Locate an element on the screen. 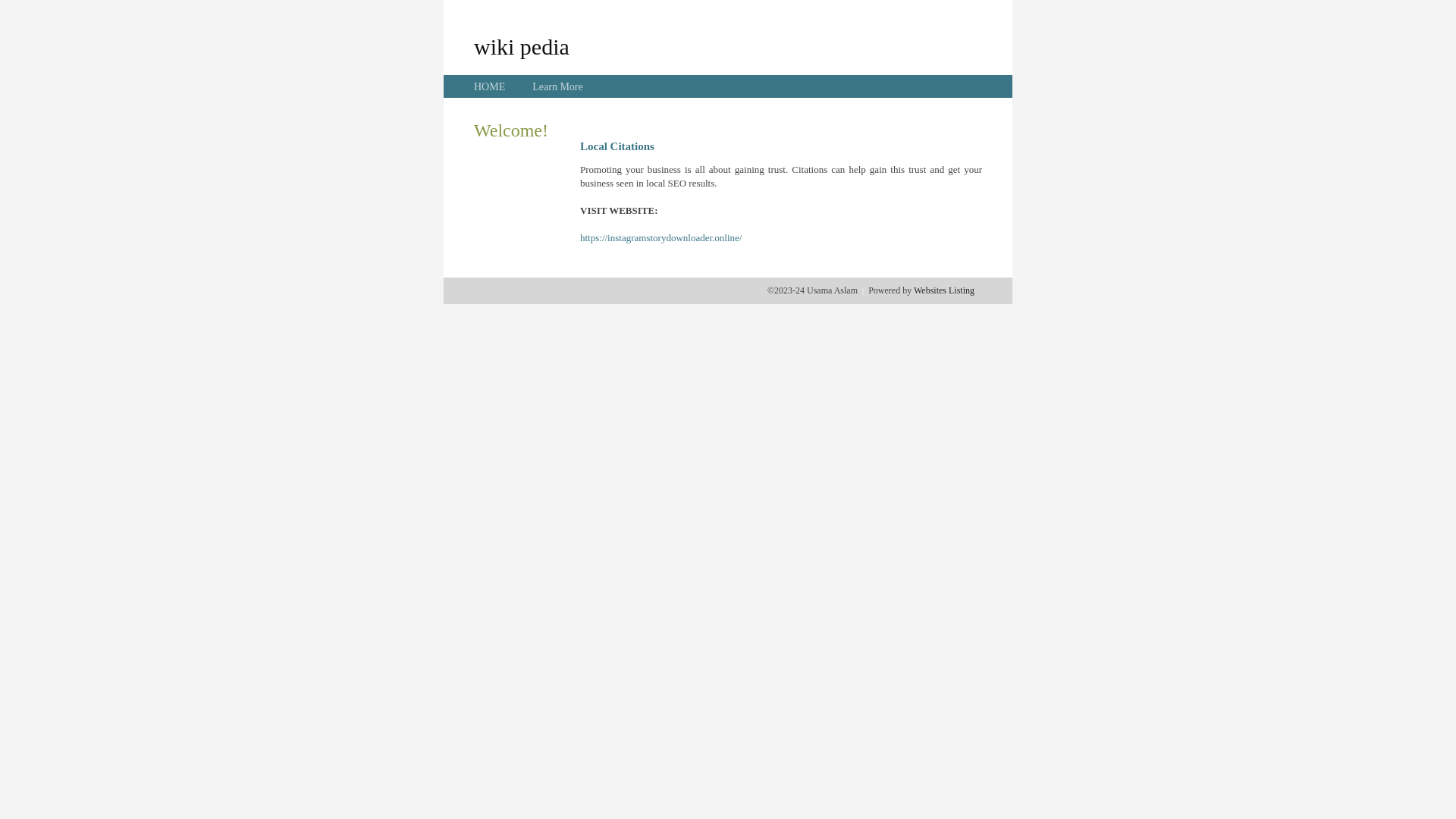 The height and width of the screenshot is (819, 1456). 'wiki pedia' is located at coordinates (521, 45).